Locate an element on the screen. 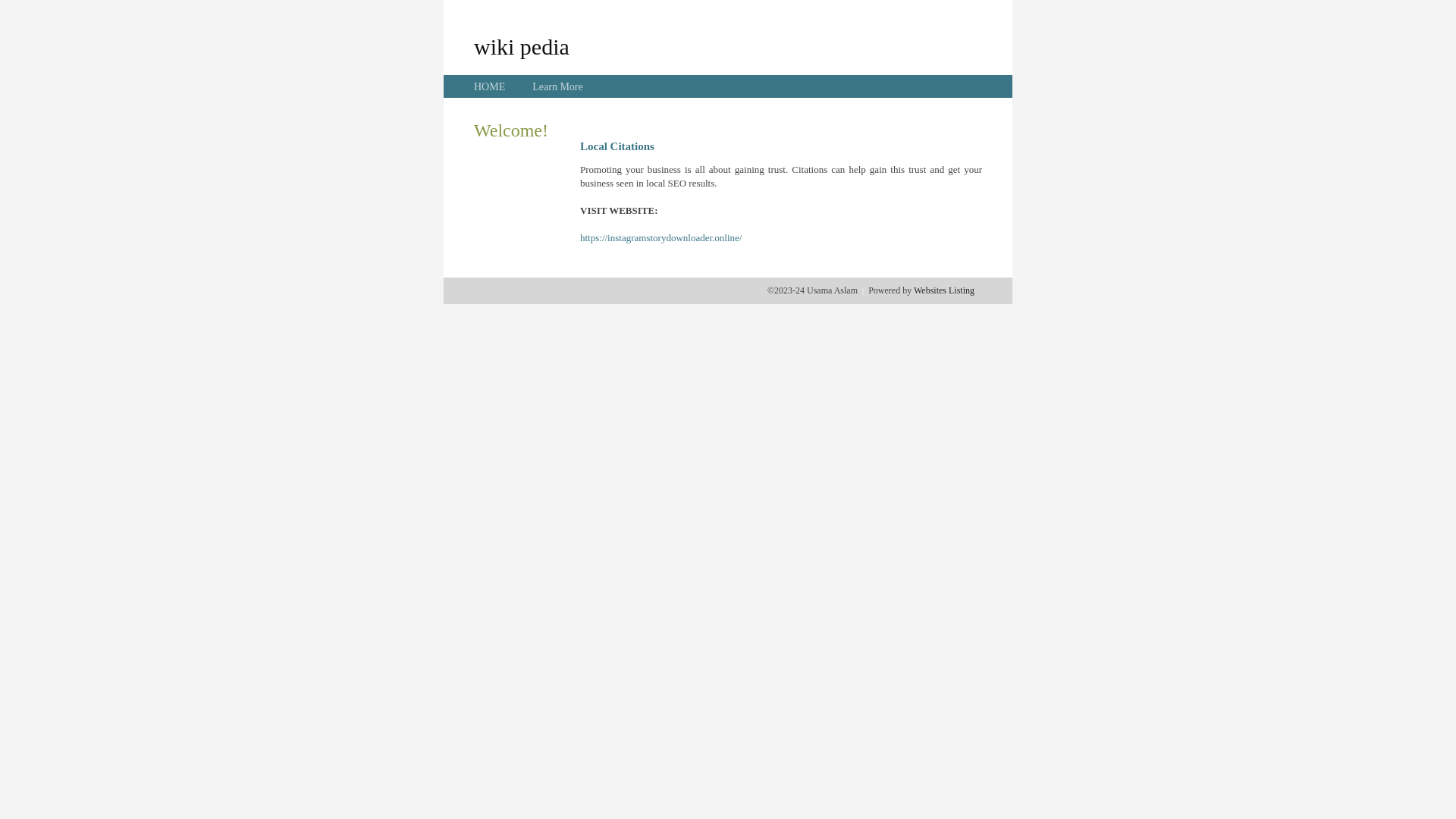 The height and width of the screenshot is (819, 1456). 'wiki pedia' is located at coordinates (521, 45).